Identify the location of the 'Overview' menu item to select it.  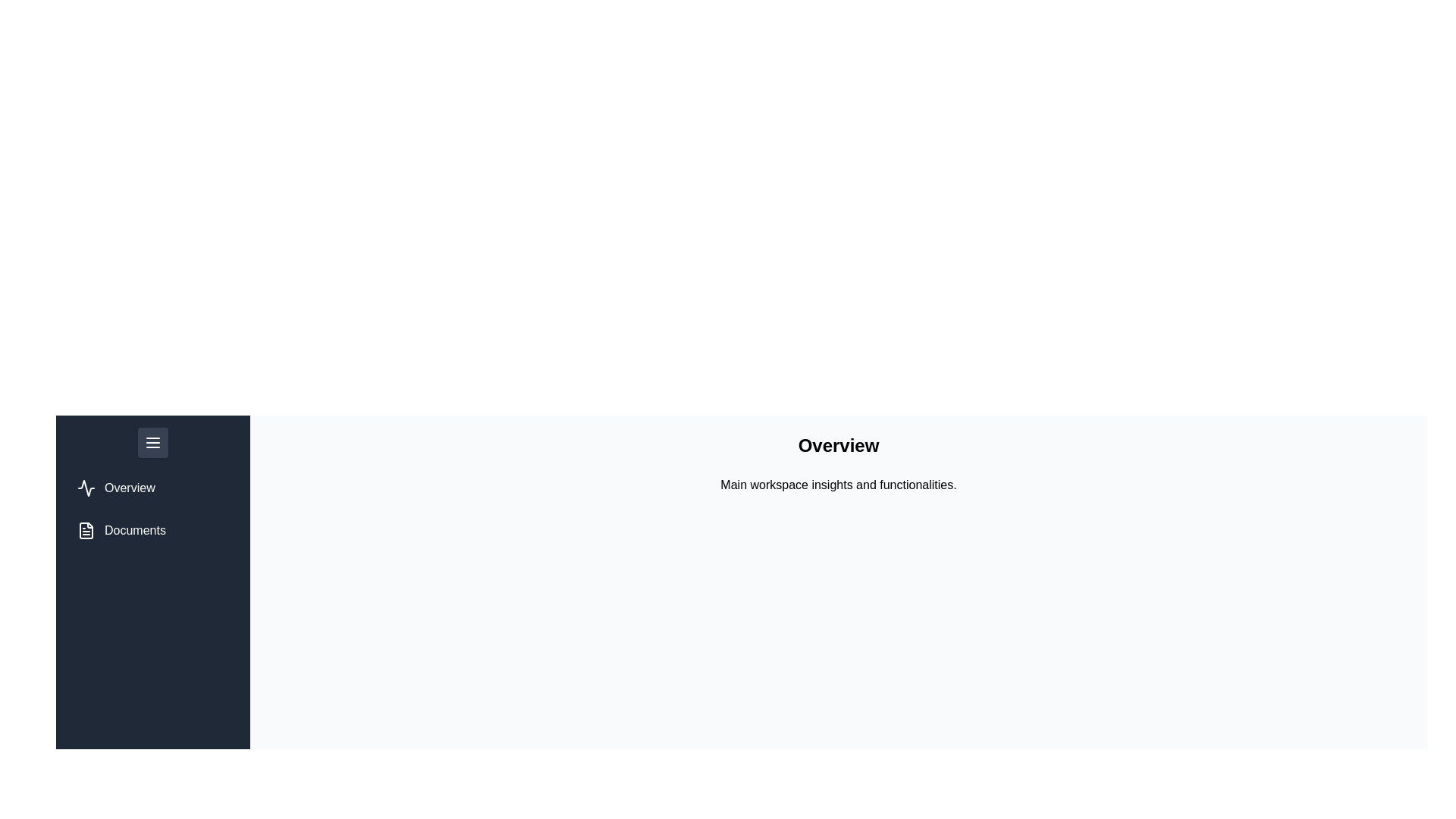
(115, 488).